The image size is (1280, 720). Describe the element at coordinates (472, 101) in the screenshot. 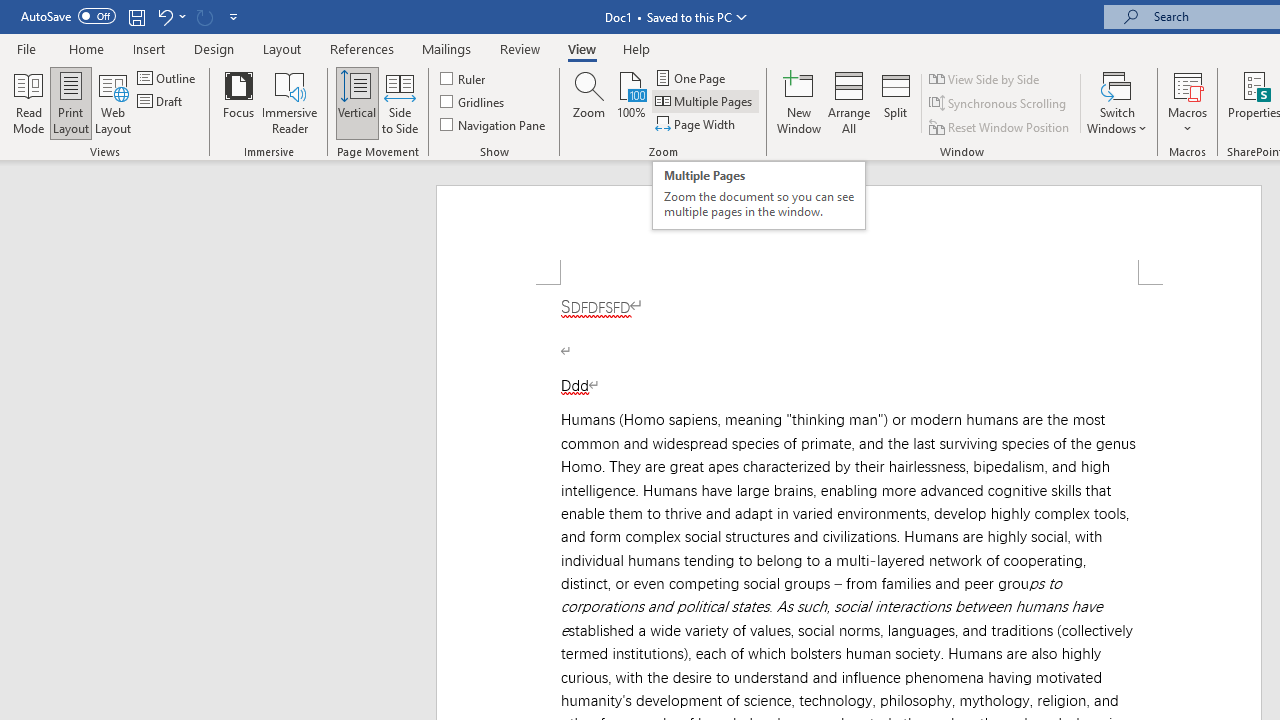

I see `'Gridlines'` at that location.